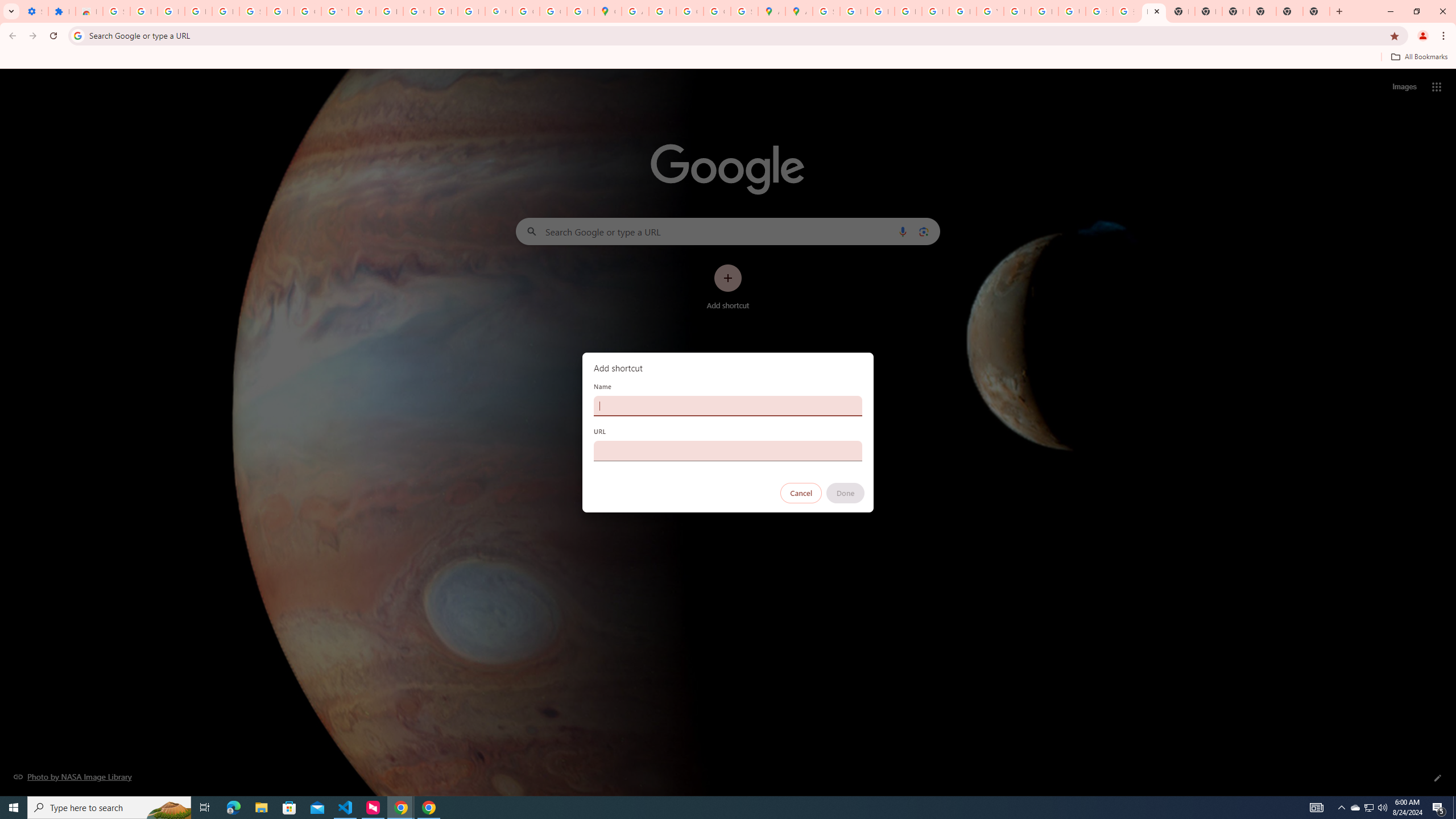 The image size is (1456, 819). What do you see at coordinates (170, 11) in the screenshot?
I see `'Delete photos & videos - Computer - Google Photos Help'` at bounding box center [170, 11].